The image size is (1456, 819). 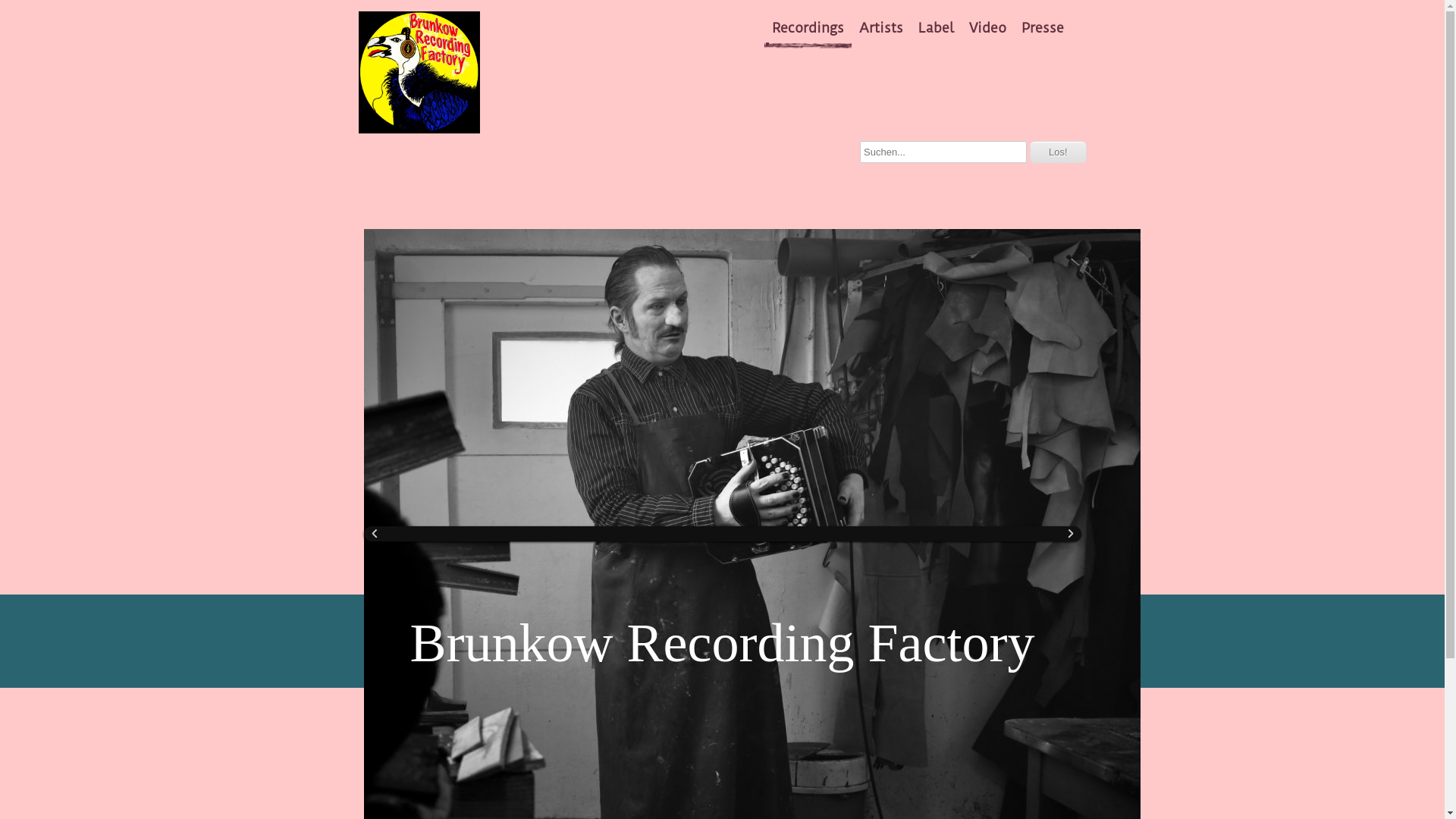 What do you see at coordinates (1057, 152) in the screenshot?
I see `'Los!'` at bounding box center [1057, 152].